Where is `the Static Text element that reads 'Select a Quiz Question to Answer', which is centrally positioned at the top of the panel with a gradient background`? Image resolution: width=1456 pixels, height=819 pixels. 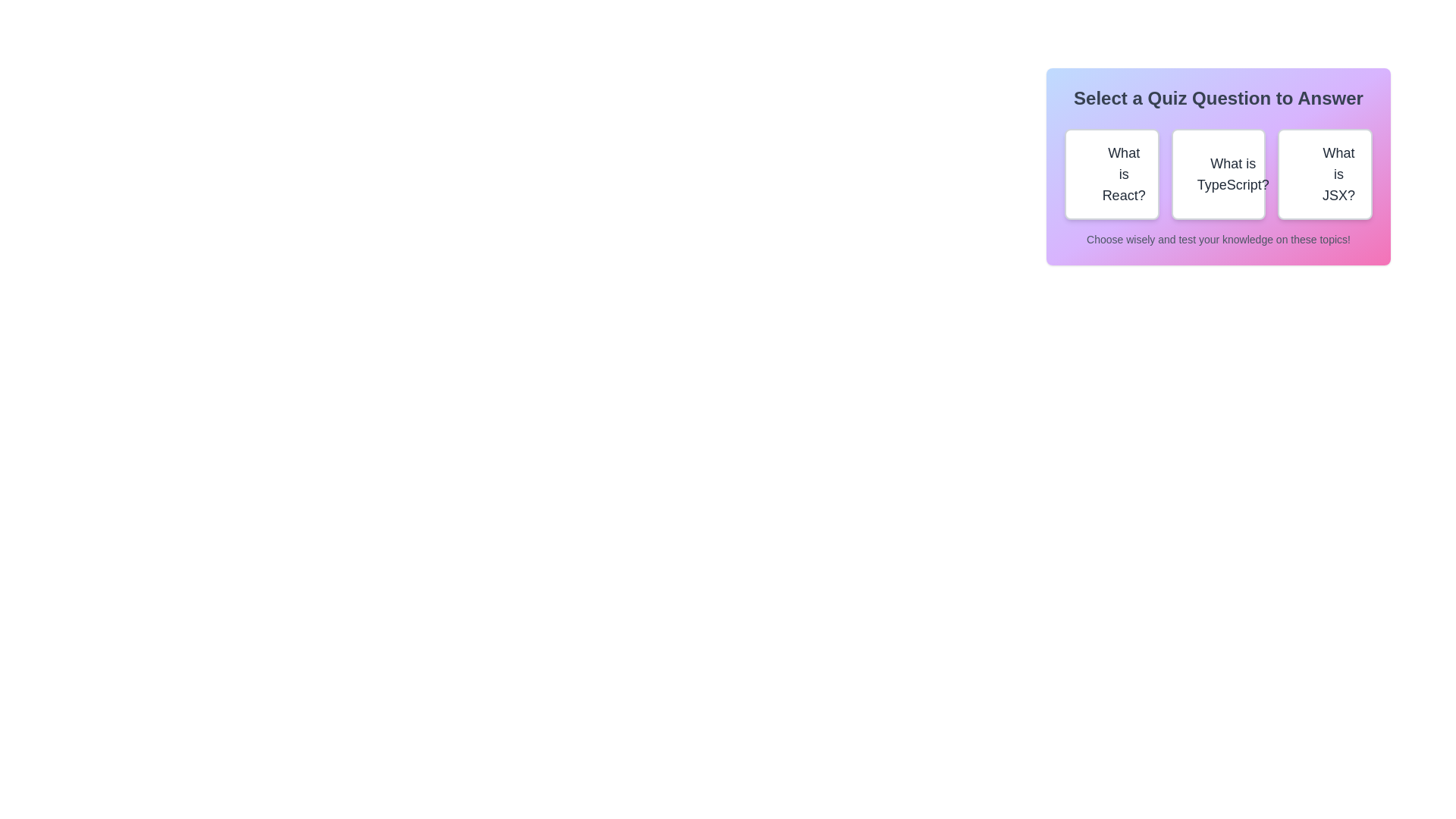 the Static Text element that reads 'Select a Quiz Question to Answer', which is centrally positioned at the top of the panel with a gradient background is located at coordinates (1219, 99).